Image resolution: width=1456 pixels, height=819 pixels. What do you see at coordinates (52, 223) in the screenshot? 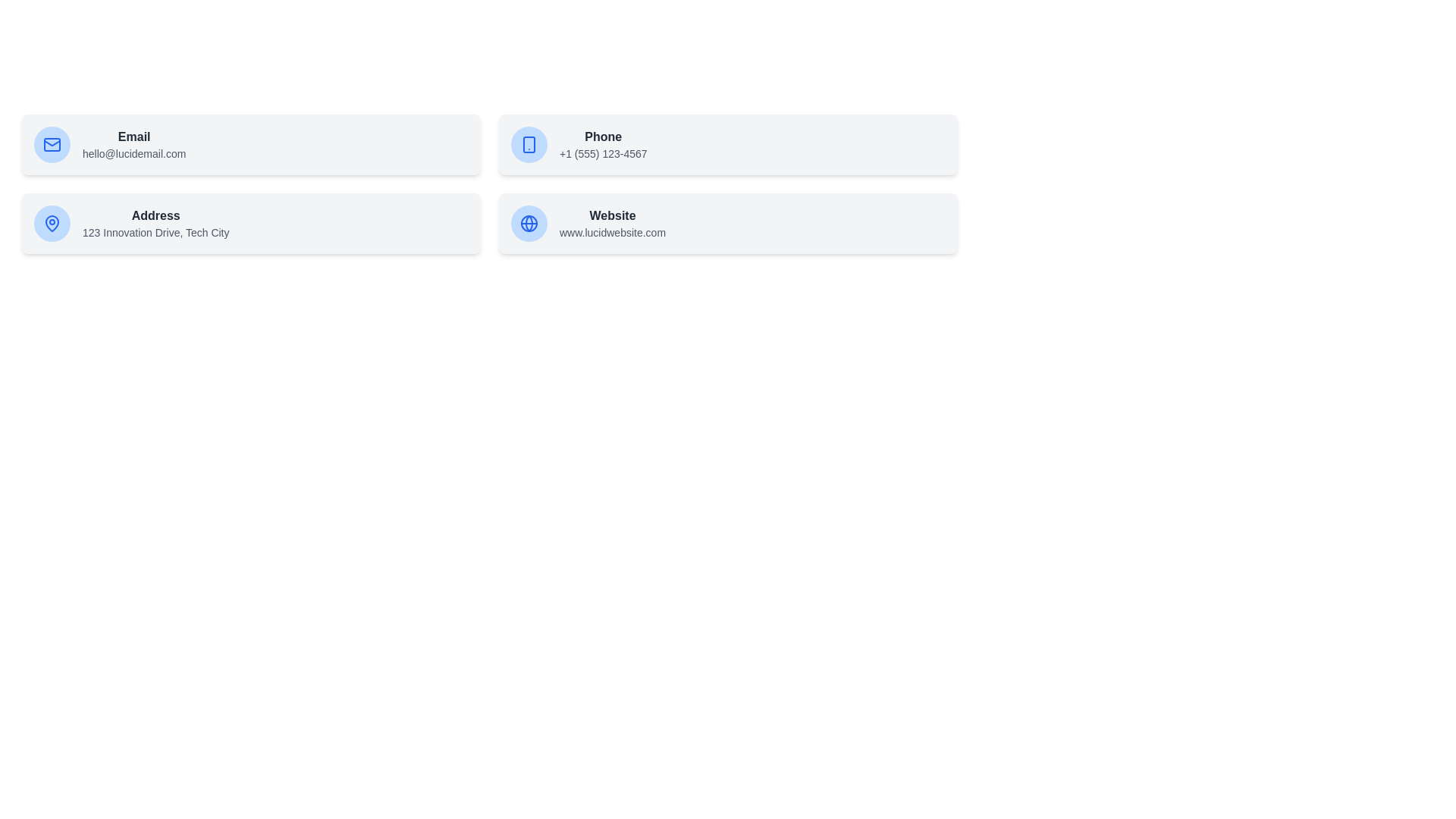
I see `the address icon located in the second row of the grid, which visually represents the concept of an address or location` at bounding box center [52, 223].